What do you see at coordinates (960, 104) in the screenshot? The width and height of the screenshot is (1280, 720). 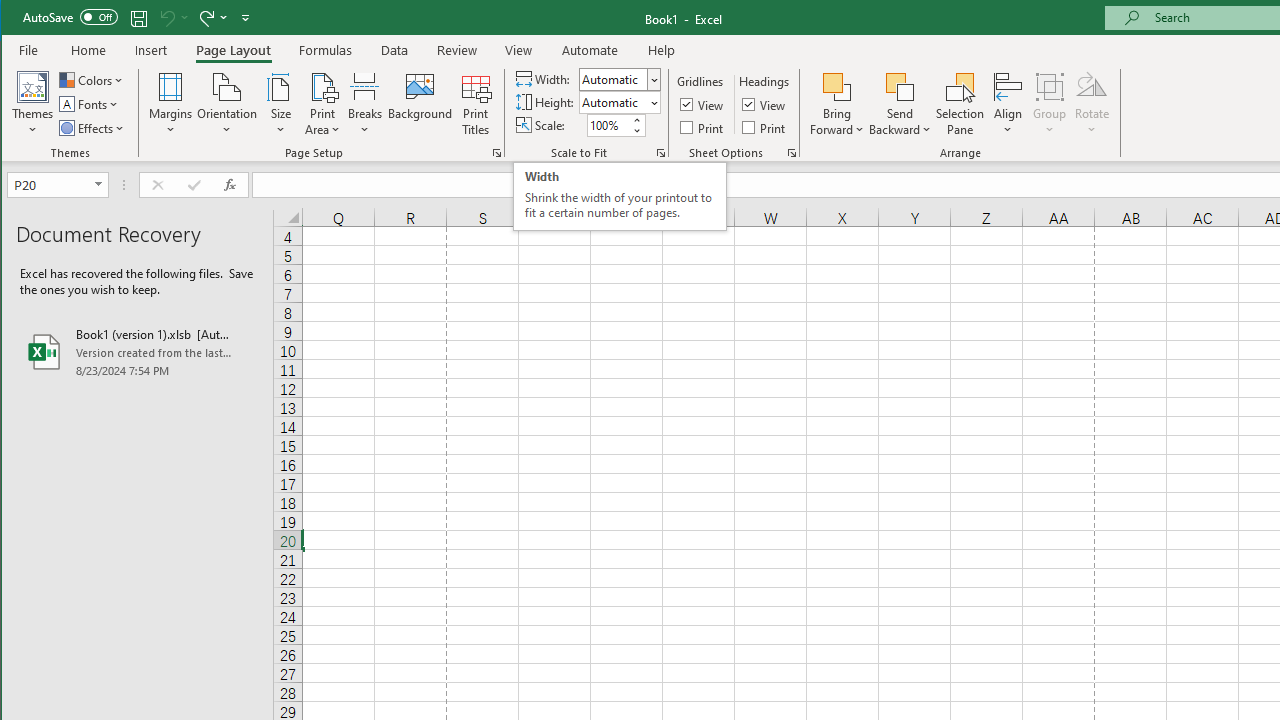 I see `'Selection Pane...'` at bounding box center [960, 104].